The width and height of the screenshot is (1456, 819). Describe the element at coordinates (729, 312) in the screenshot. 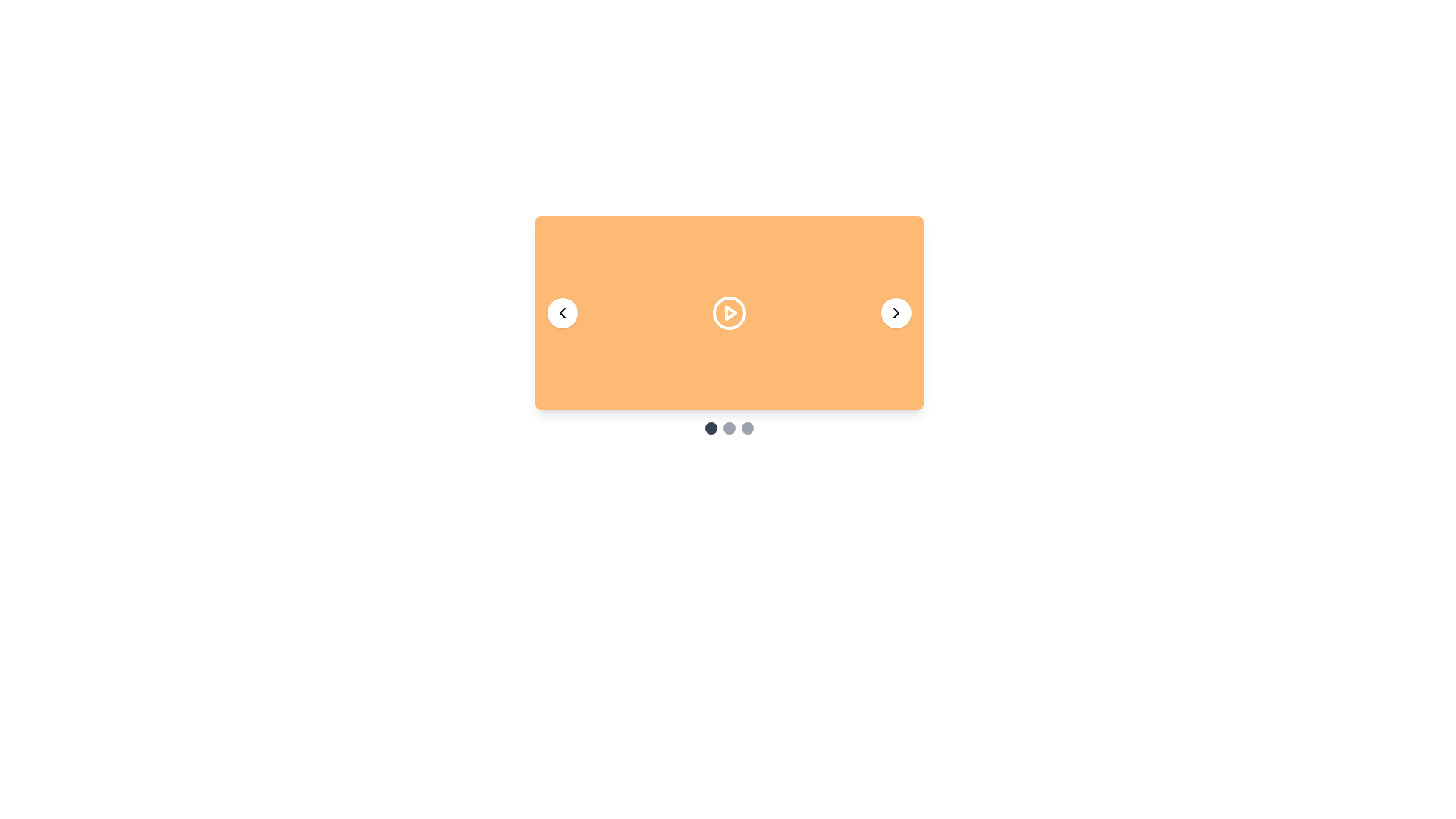

I see `the outermost circular SVG element that surrounds the triangular play icon within the orange content card` at that location.